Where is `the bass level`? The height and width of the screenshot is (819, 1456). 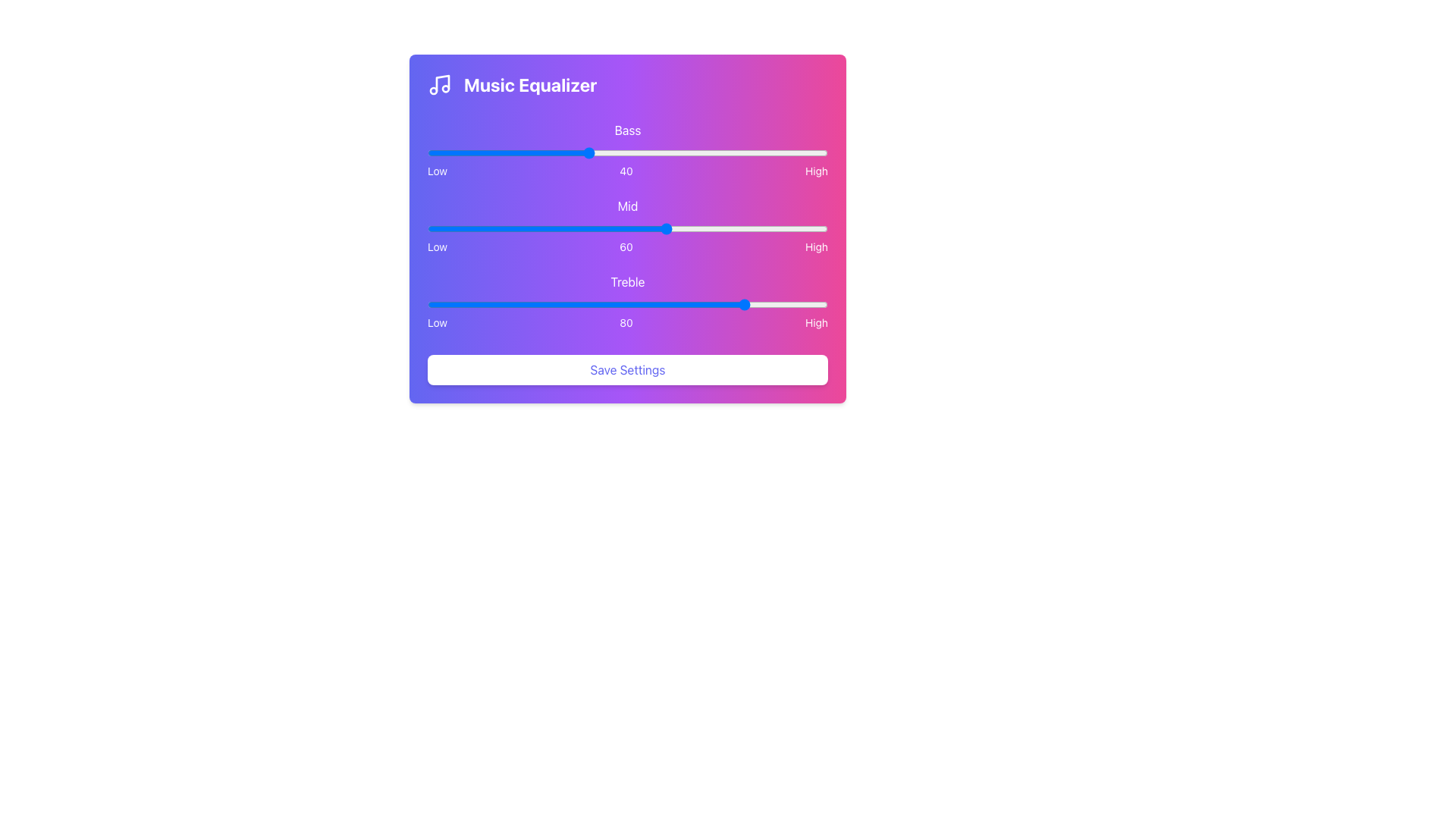 the bass level is located at coordinates (760, 152).